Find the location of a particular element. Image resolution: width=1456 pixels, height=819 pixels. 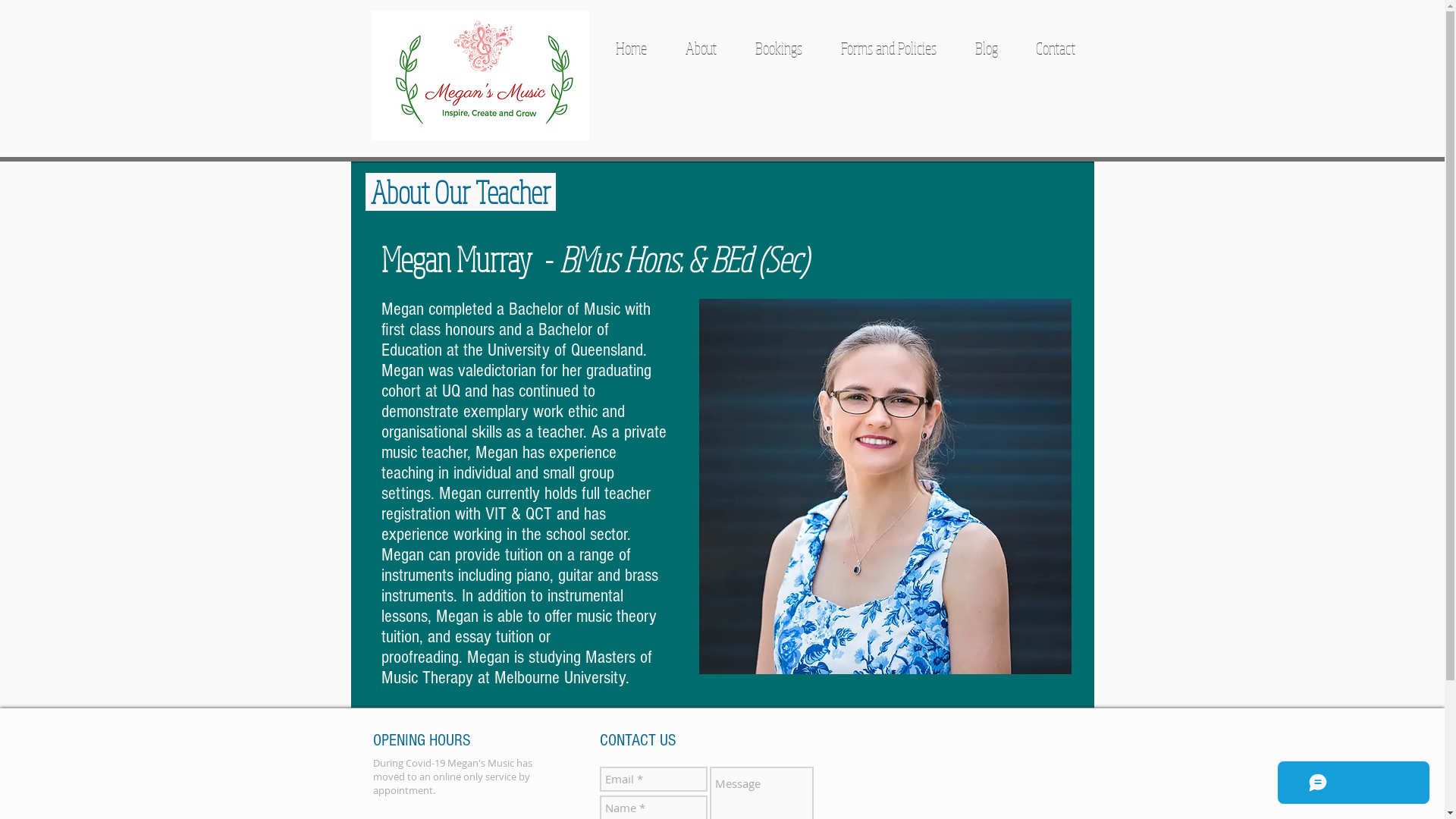

'Home' is located at coordinates (630, 46).